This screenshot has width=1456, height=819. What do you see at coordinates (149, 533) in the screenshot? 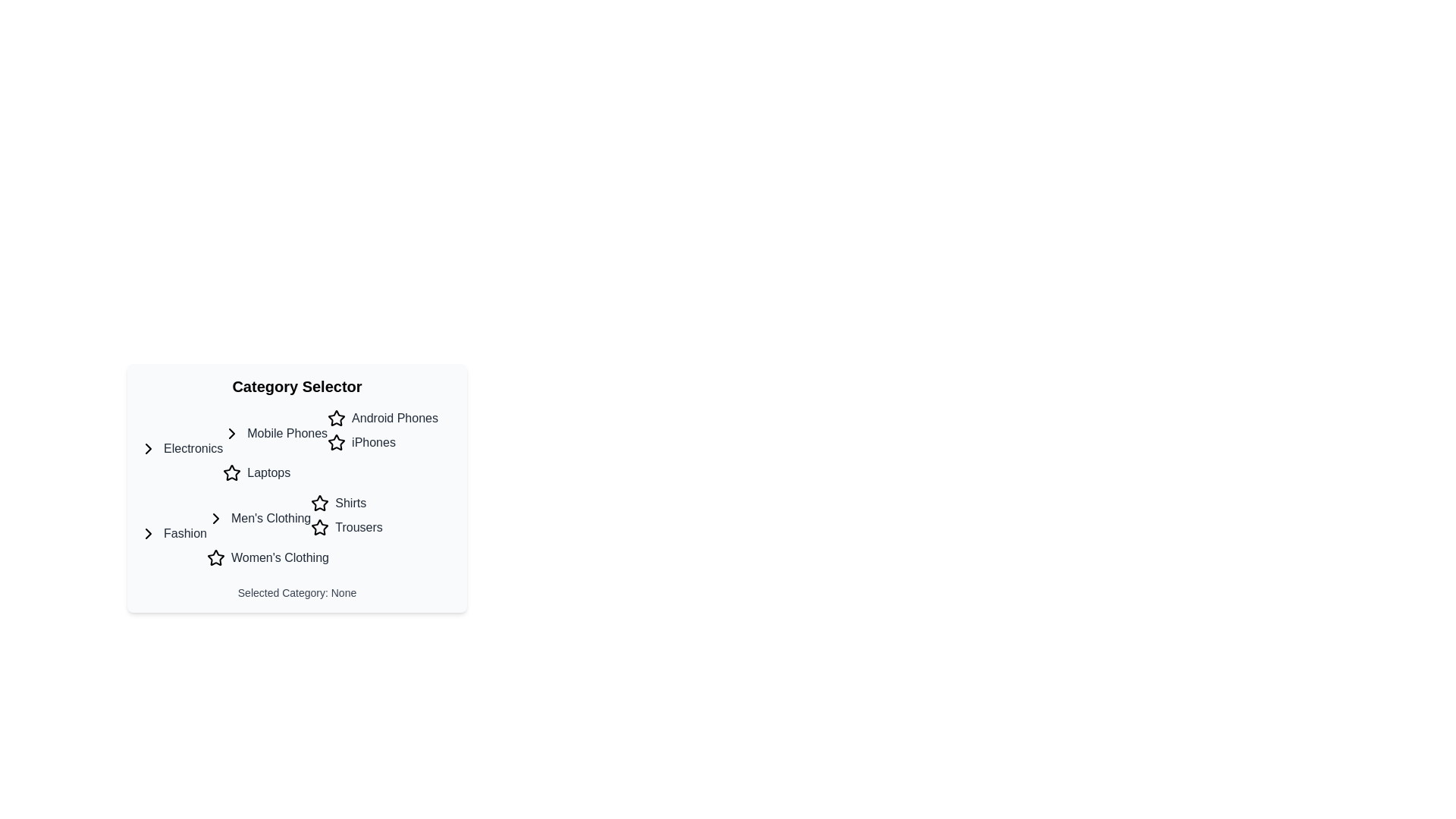
I see `the chevron icon that collapses or expands the list of subcategories under the 'Fashion' category, located slightly to the left of the 'Fashion' text label` at bounding box center [149, 533].